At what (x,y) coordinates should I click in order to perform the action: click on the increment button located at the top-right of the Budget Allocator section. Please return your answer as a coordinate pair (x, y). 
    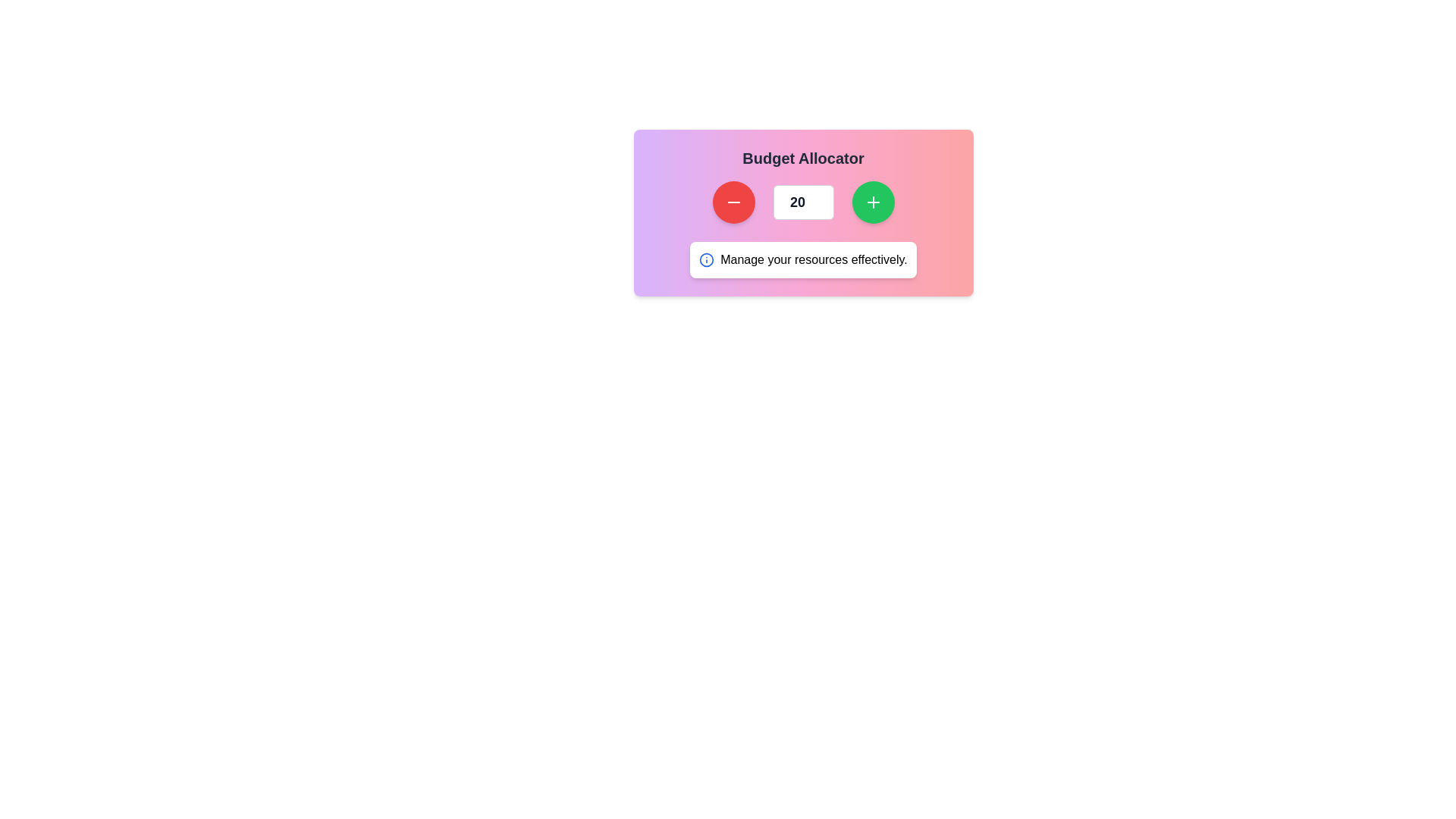
    Looking at the image, I should click on (873, 201).